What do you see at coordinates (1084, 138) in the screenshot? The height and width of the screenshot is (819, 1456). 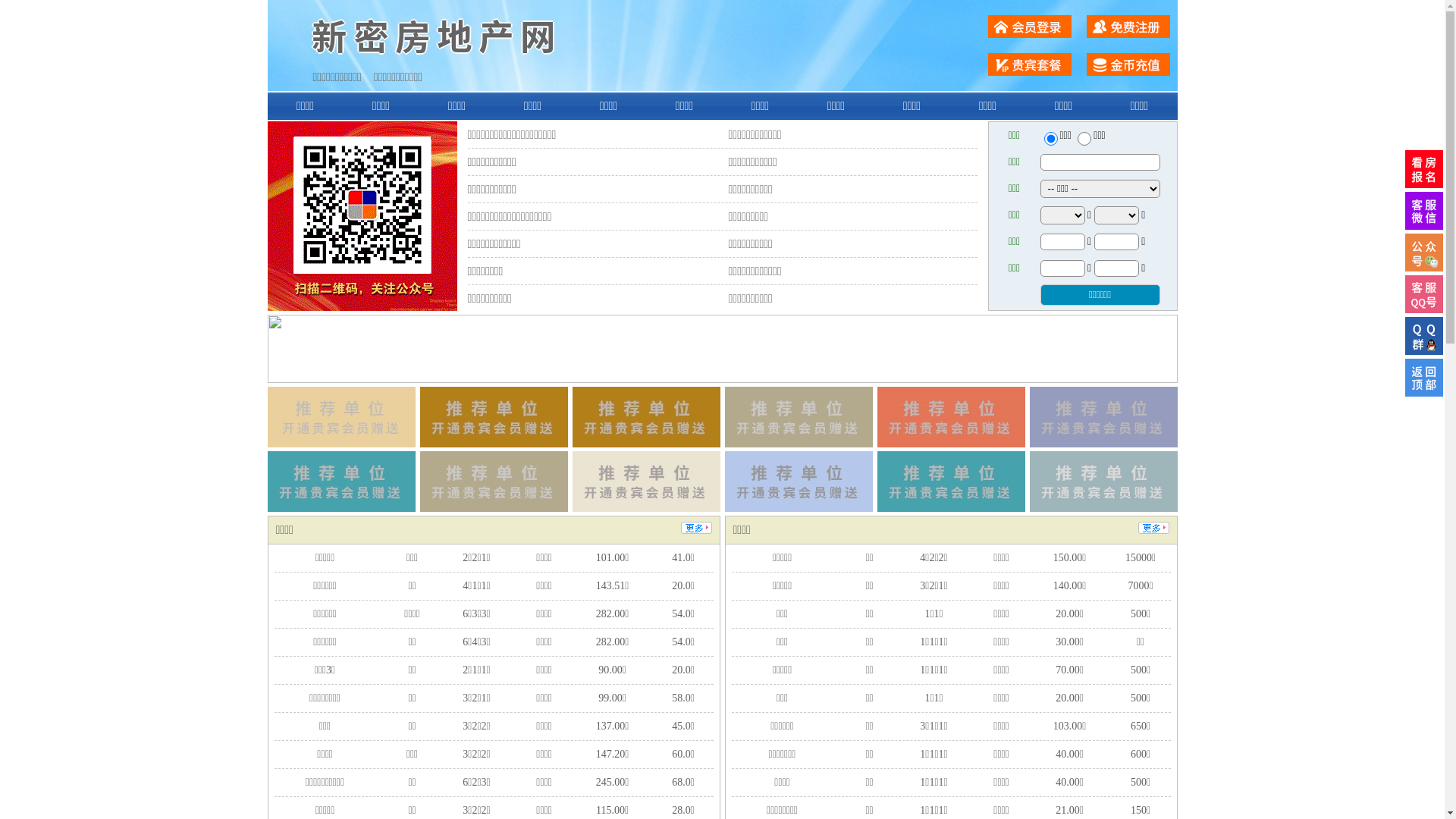 I see `'chuzu'` at bounding box center [1084, 138].